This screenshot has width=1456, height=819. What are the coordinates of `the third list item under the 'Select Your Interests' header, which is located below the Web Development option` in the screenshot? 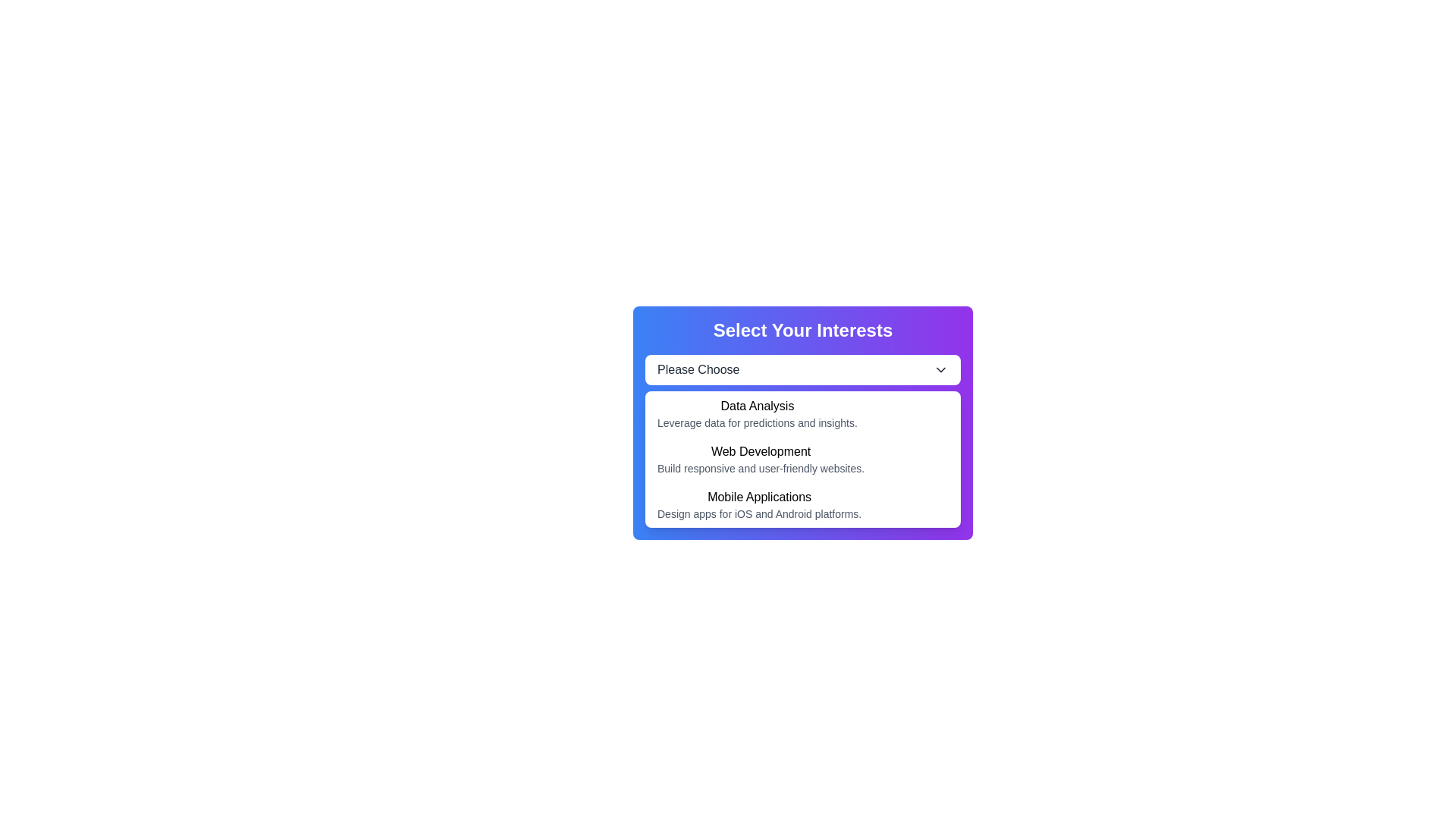 It's located at (802, 505).